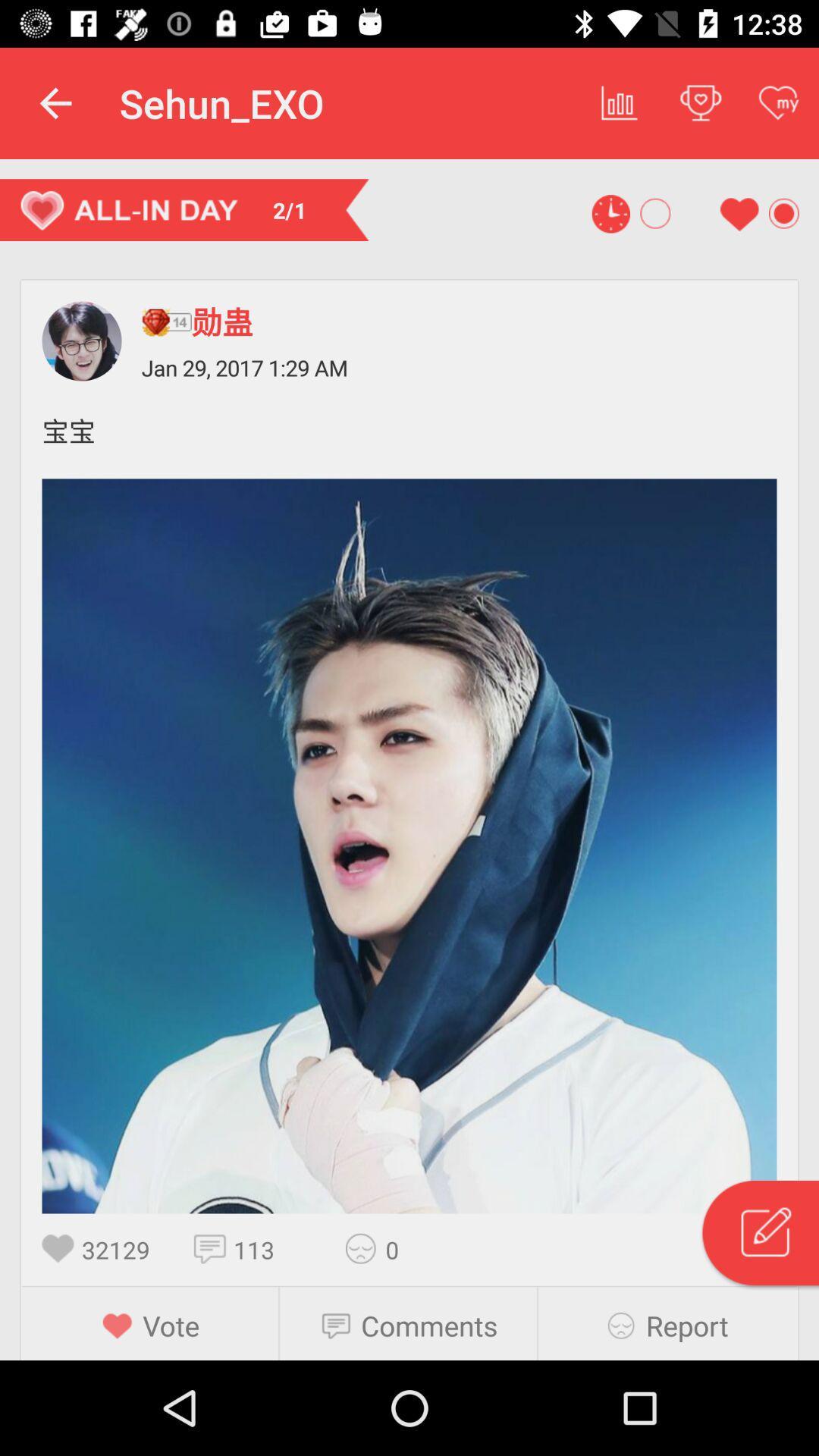 The image size is (819, 1456). Describe the element at coordinates (122, 1250) in the screenshot. I see `32129 icon` at that location.